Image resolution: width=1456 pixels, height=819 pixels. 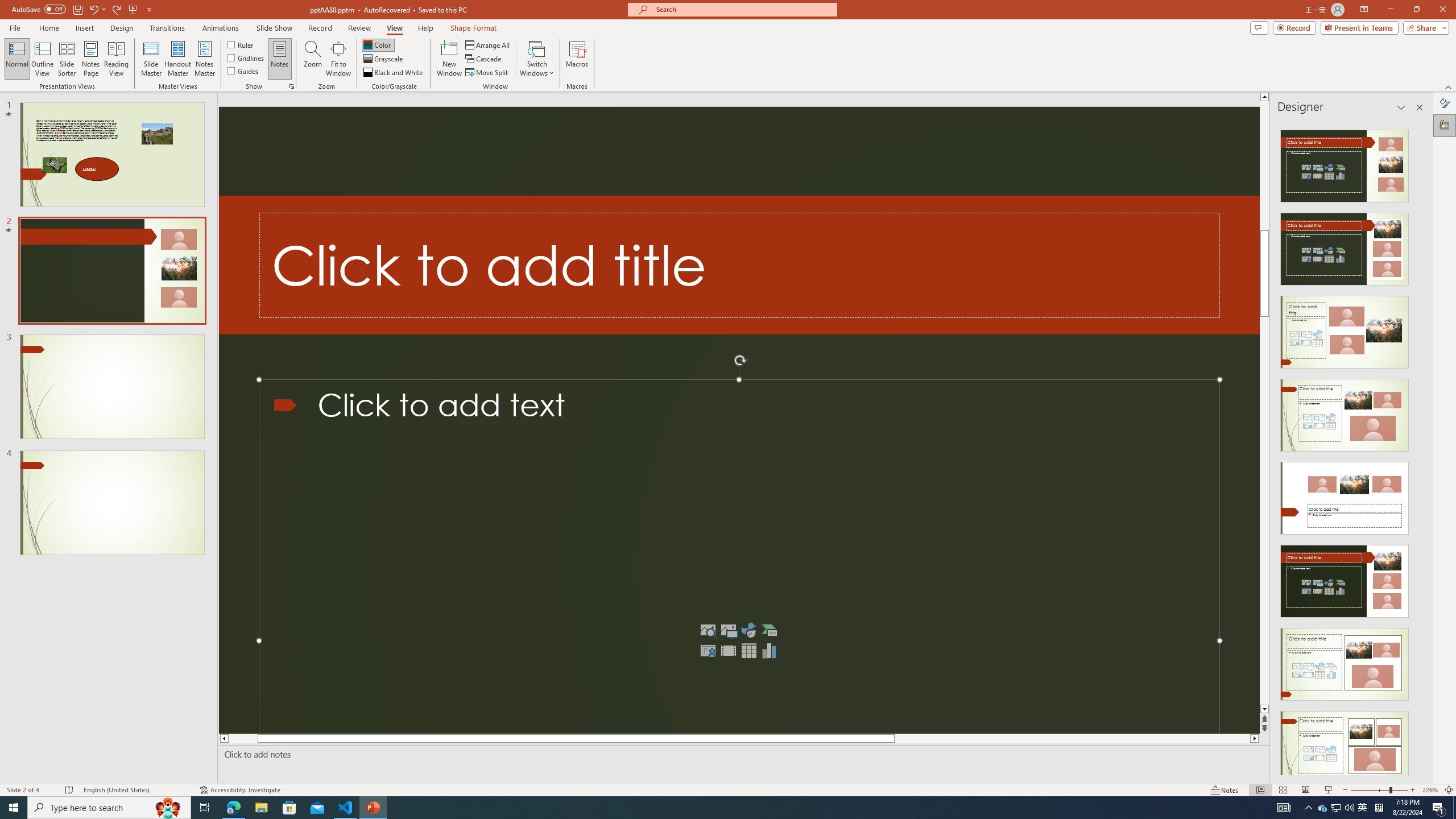 What do you see at coordinates (728, 651) in the screenshot?
I see `'Insert Video'` at bounding box center [728, 651].